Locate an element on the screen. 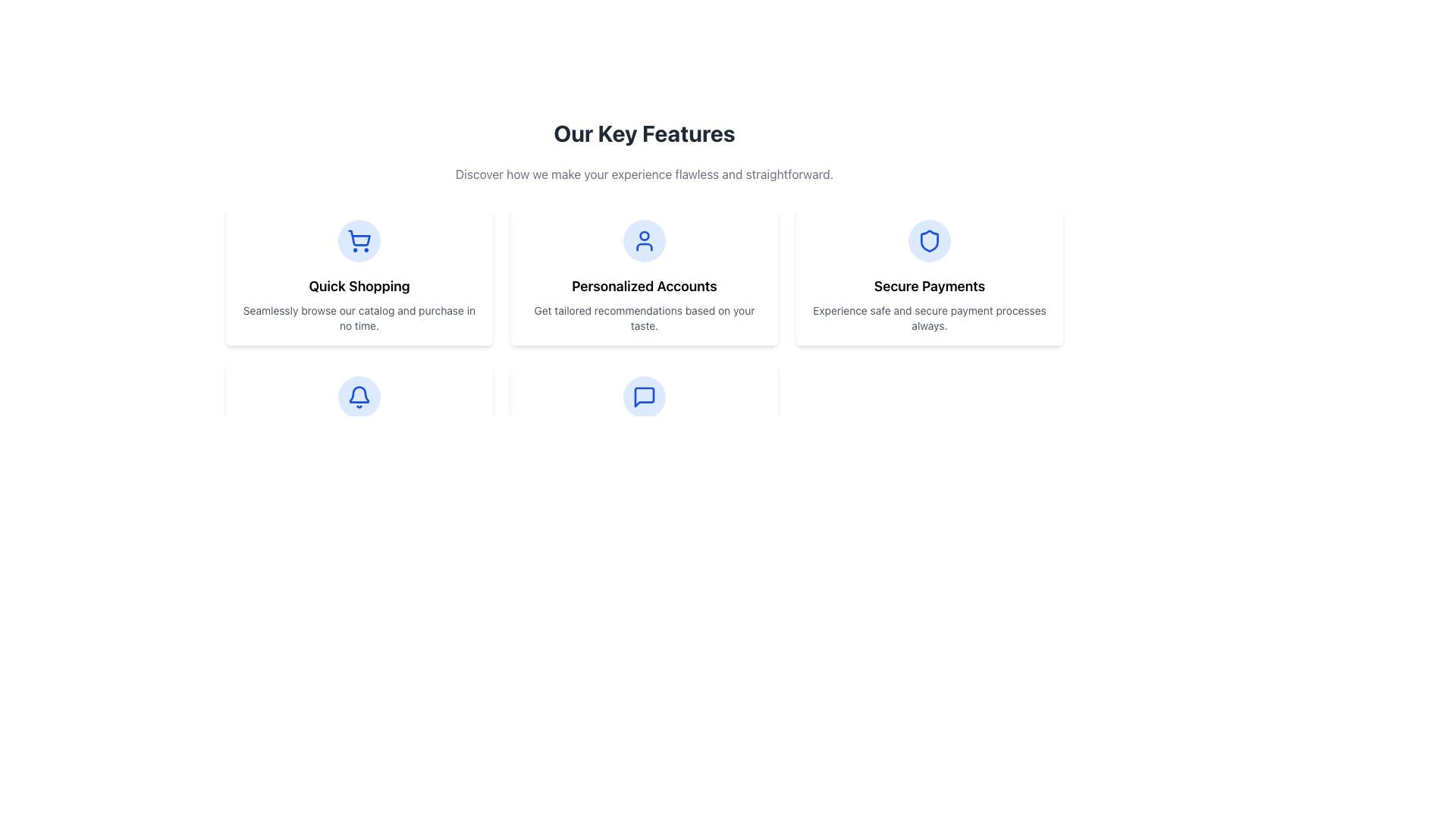 Image resolution: width=1456 pixels, height=819 pixels. the notification bell icon with a blue outline, which is centrally positioned above the text content in the leftmost column of the secondary row of elements is located at coordinates (359, 397).